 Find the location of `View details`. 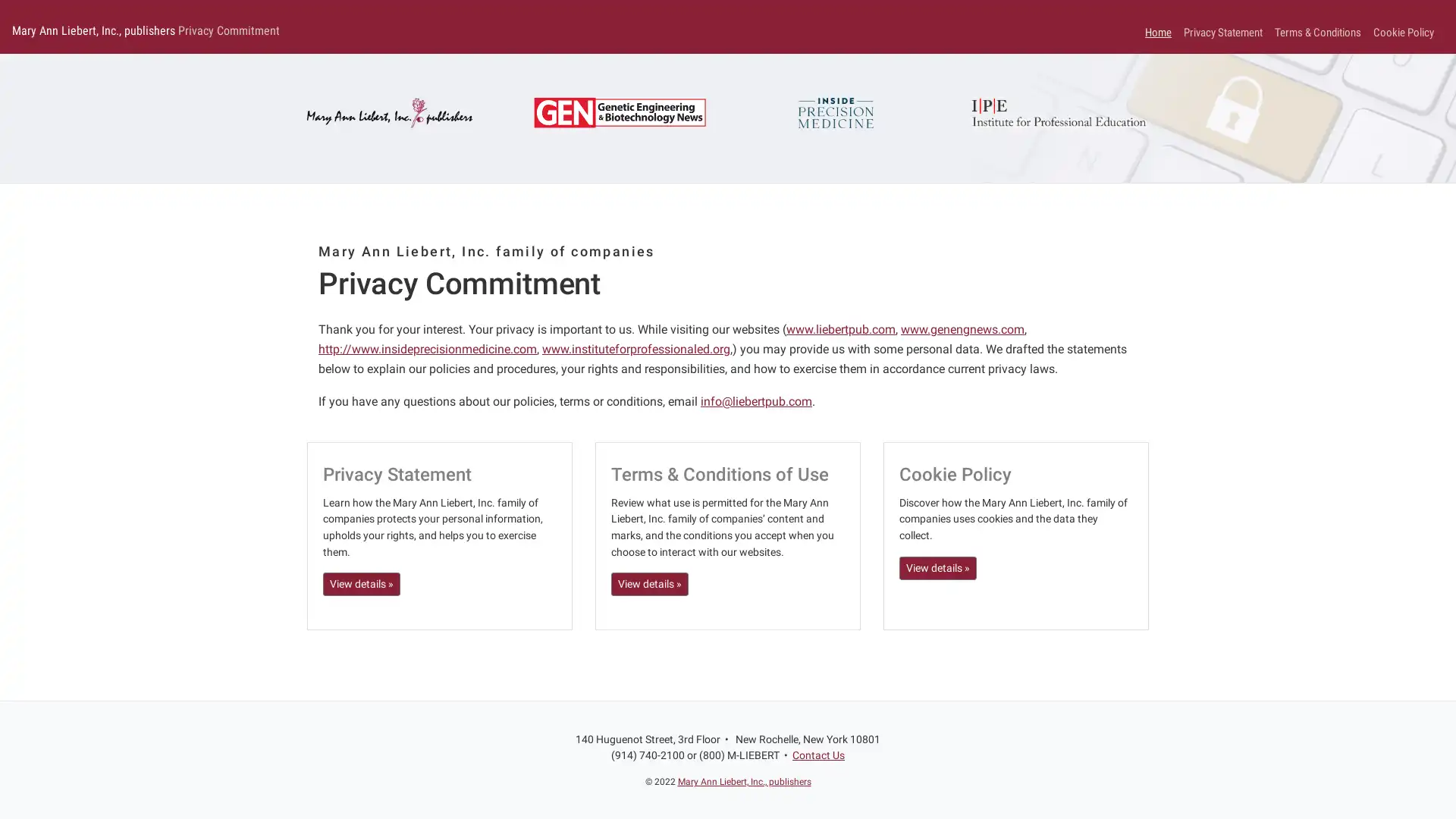

View details is located at coordinates (650, 583).